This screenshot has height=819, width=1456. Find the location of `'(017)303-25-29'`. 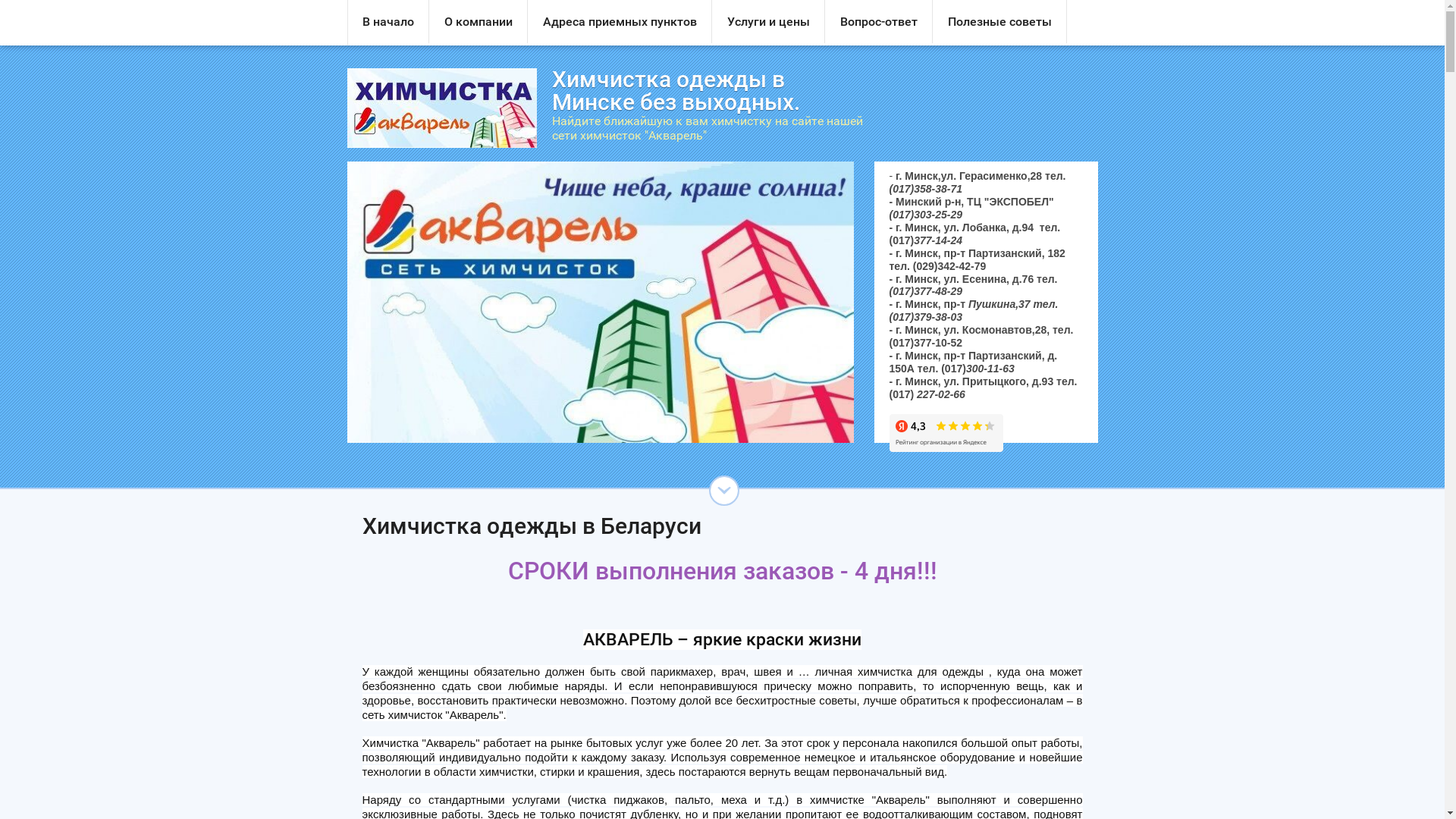

'(017)303-25-29' is located at coordinates (924, 214).